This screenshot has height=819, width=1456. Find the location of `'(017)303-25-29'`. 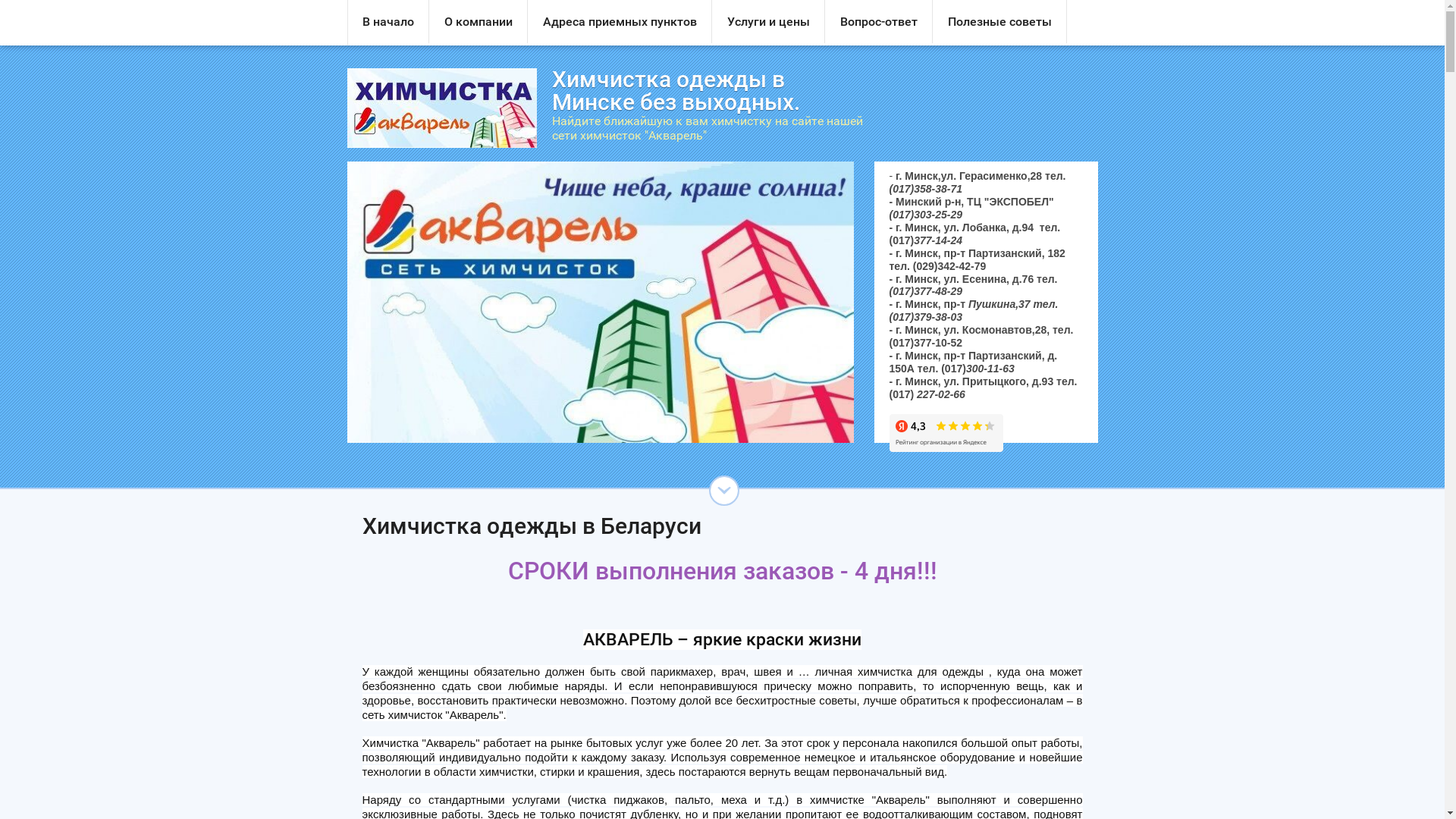

'(017)303-25-29' is located at coordinates (924, 214).